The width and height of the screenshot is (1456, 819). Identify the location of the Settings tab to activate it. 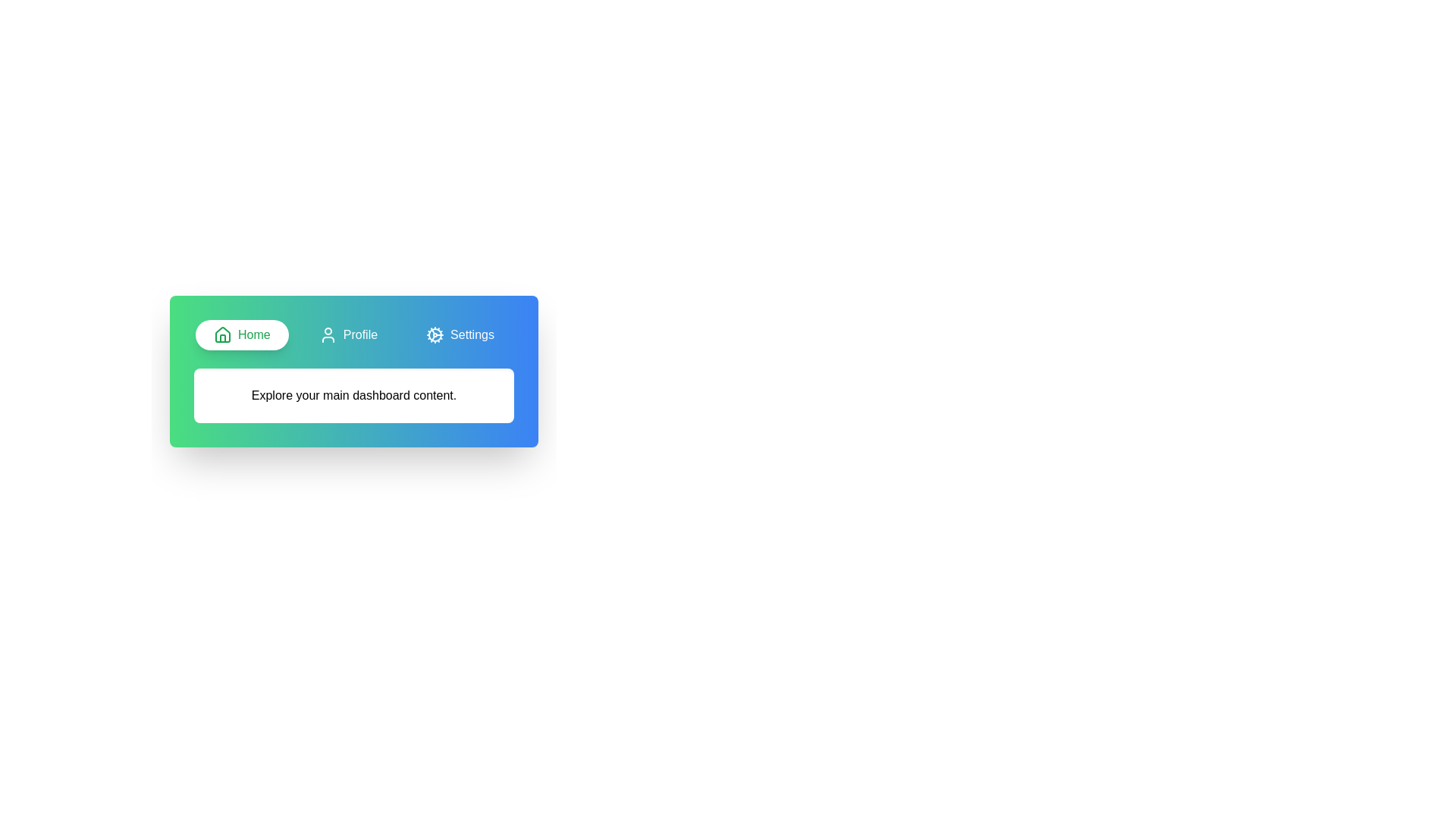
(459, 334).